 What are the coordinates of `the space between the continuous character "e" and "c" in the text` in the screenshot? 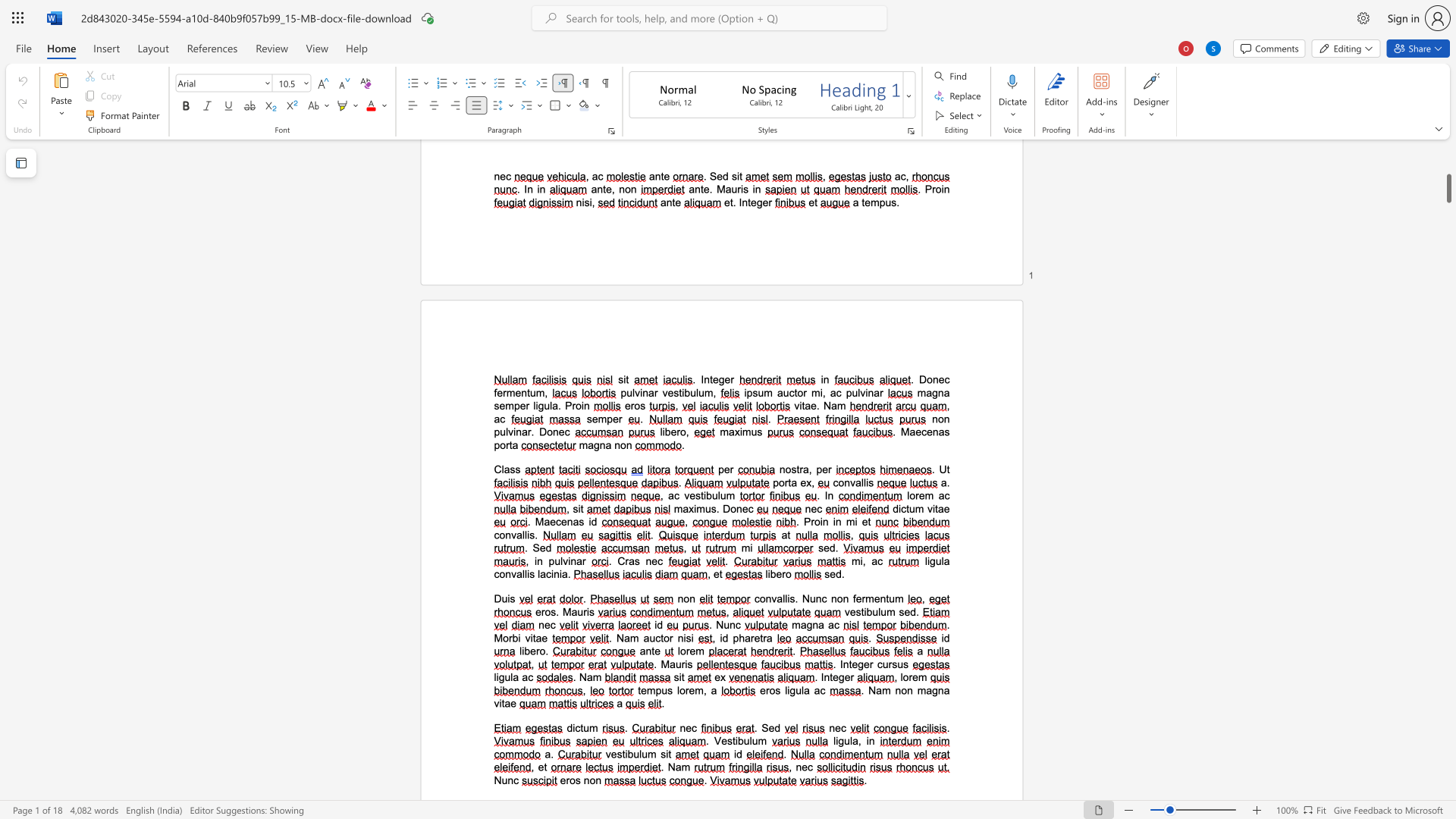 It's located at (657, 561).